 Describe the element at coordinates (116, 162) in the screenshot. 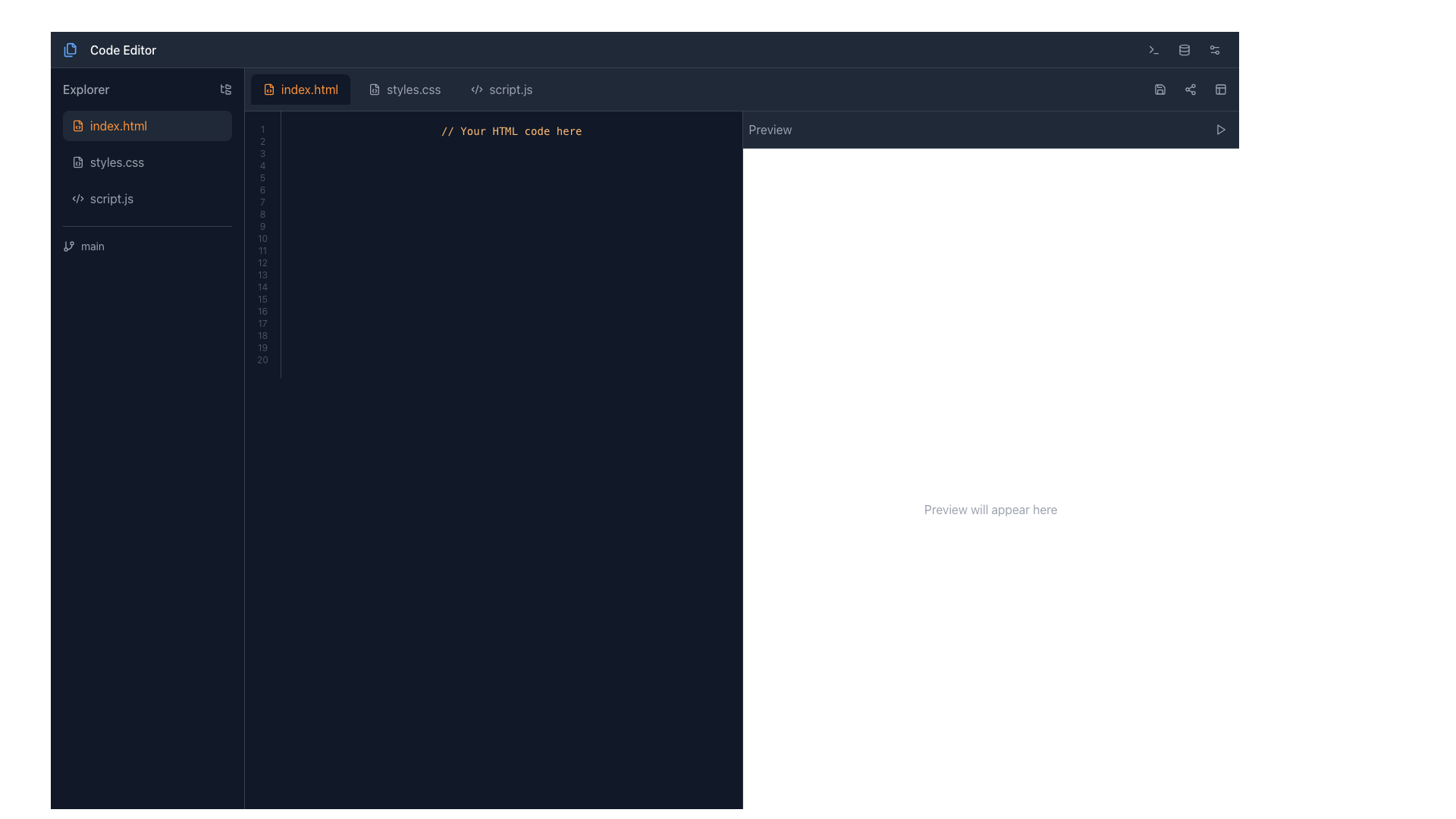

I see `the text label representing the file 'styles.css'` at that location.